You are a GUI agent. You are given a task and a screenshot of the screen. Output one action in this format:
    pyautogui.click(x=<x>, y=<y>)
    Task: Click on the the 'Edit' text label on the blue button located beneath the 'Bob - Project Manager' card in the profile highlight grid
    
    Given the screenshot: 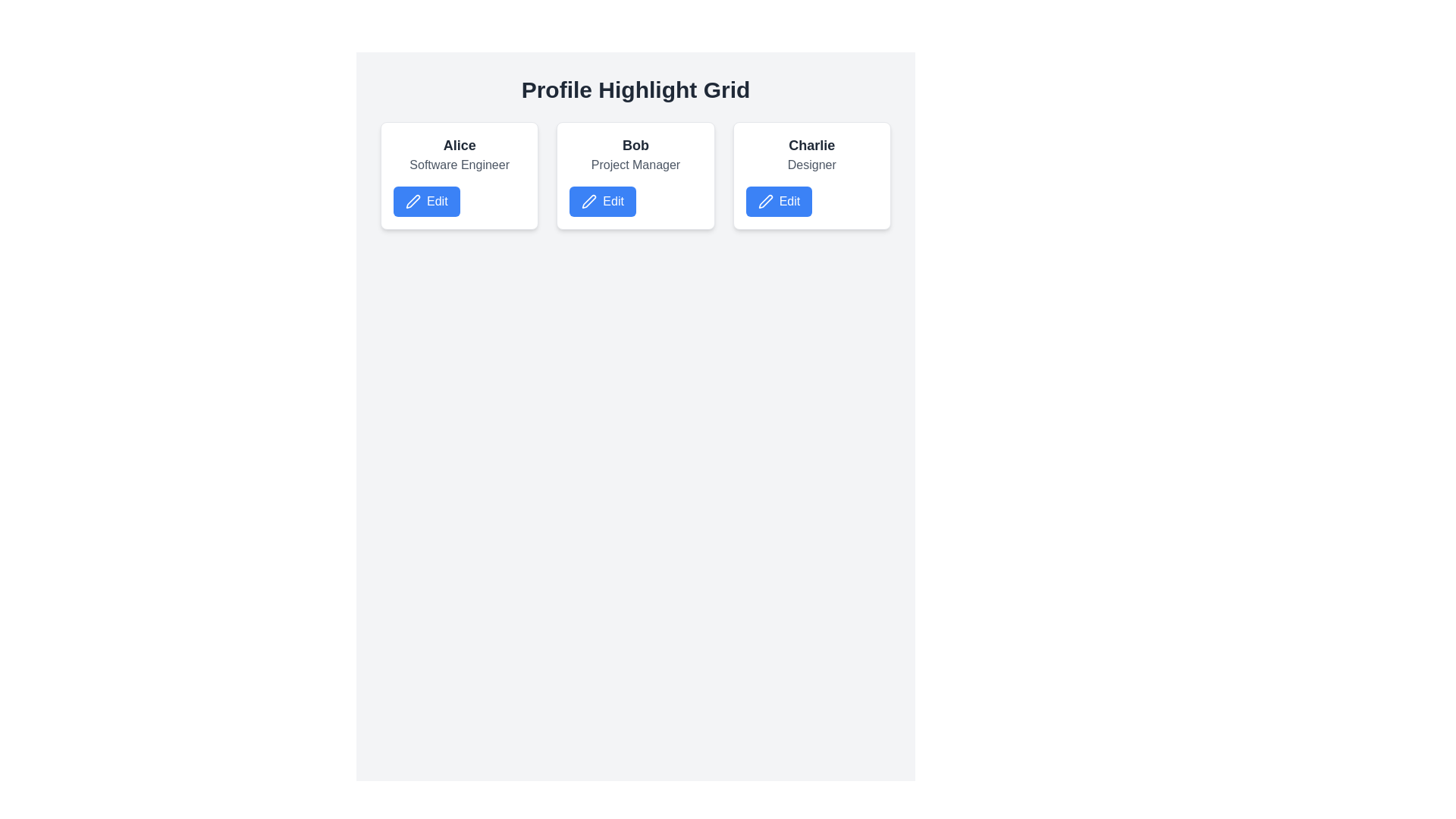 What is the action you would take?
    pyautogui.click(x=613, y=201)
    